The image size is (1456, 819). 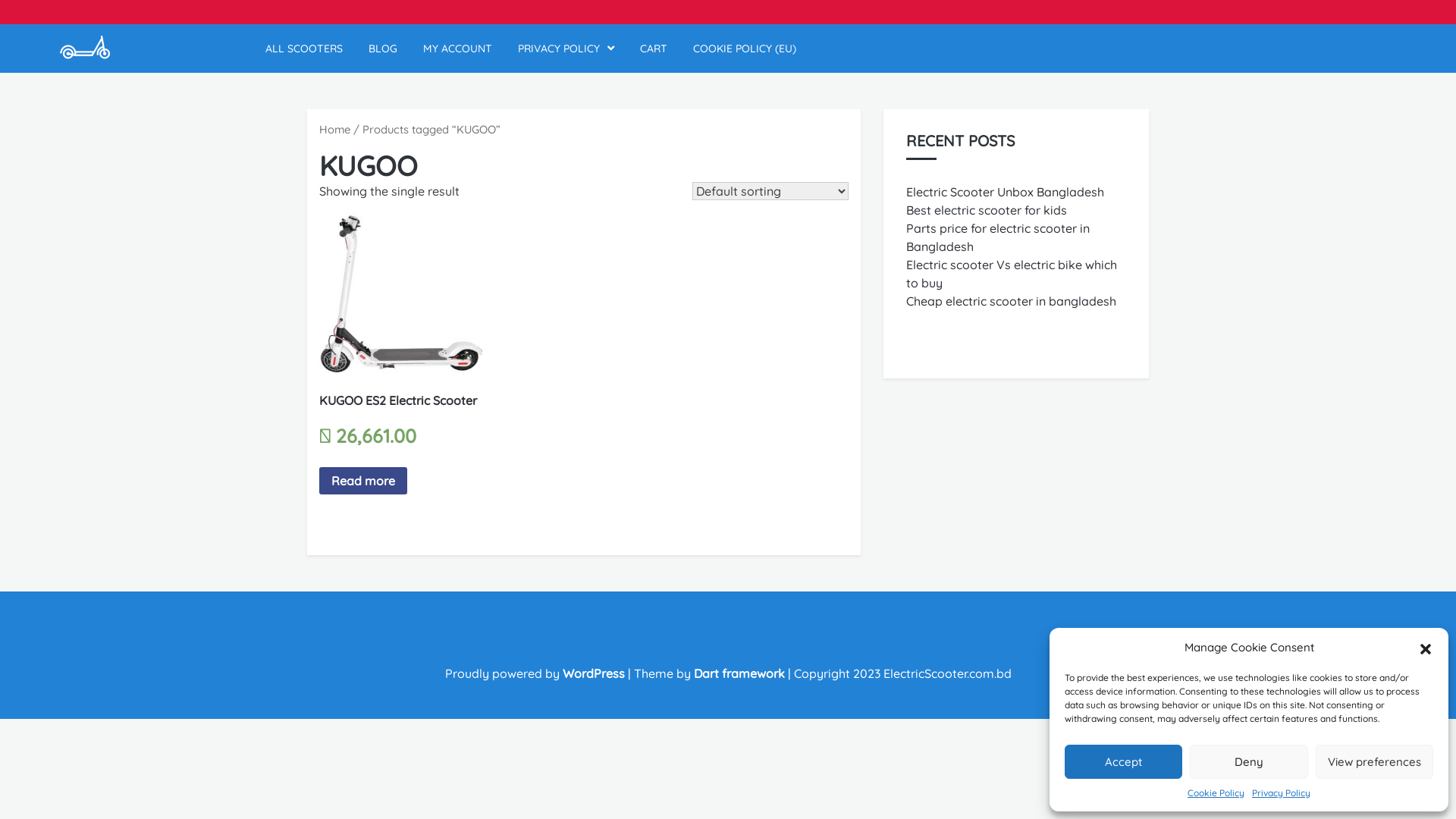 What do you see at coordinates (1063, 761) in the screenshot?
I see `'Accept'` at bounding box center [1063, 761].